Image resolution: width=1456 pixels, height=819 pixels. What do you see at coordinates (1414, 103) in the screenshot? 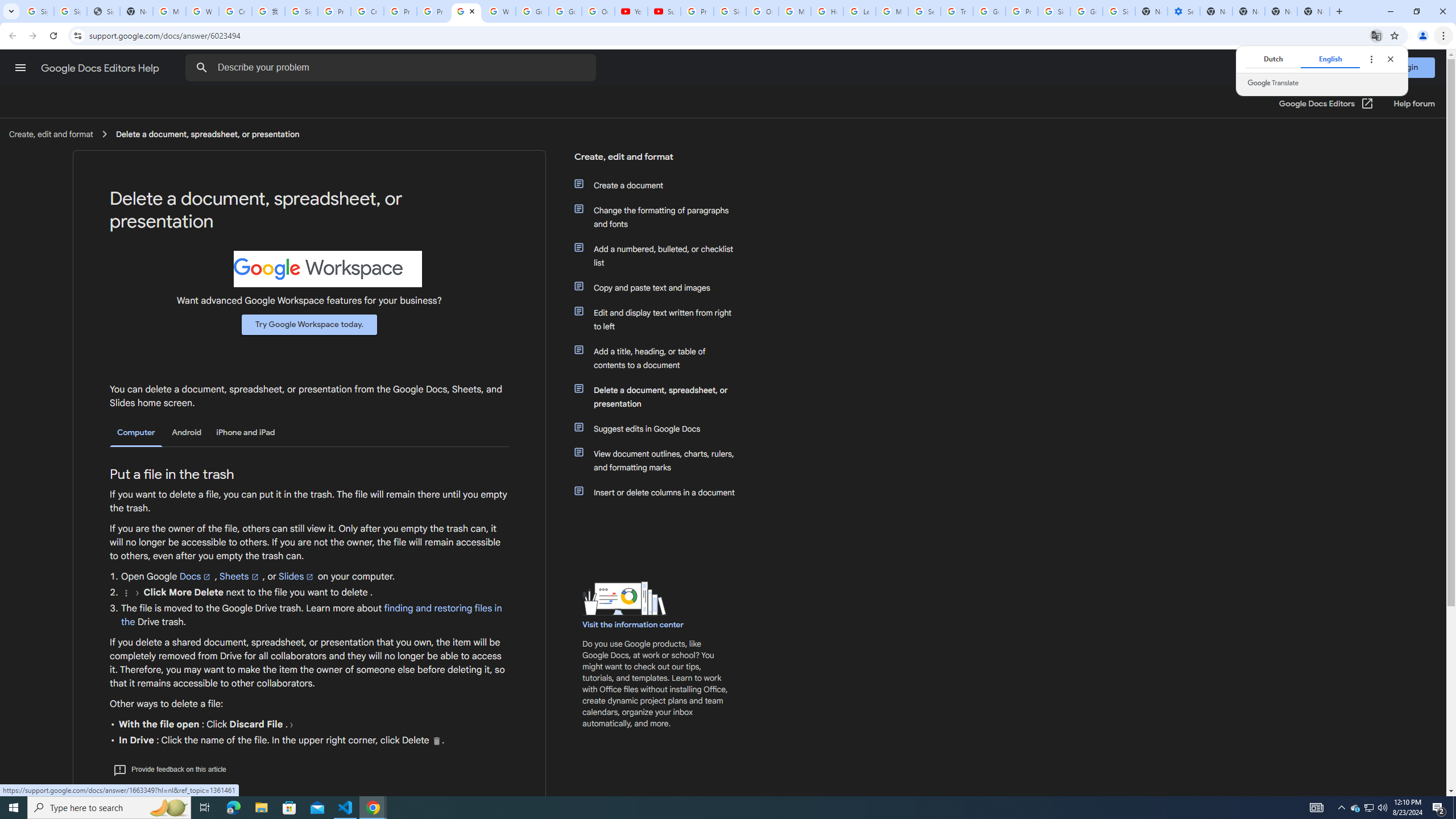
I see `'Help forum'` at bounding box center [1414, 103].